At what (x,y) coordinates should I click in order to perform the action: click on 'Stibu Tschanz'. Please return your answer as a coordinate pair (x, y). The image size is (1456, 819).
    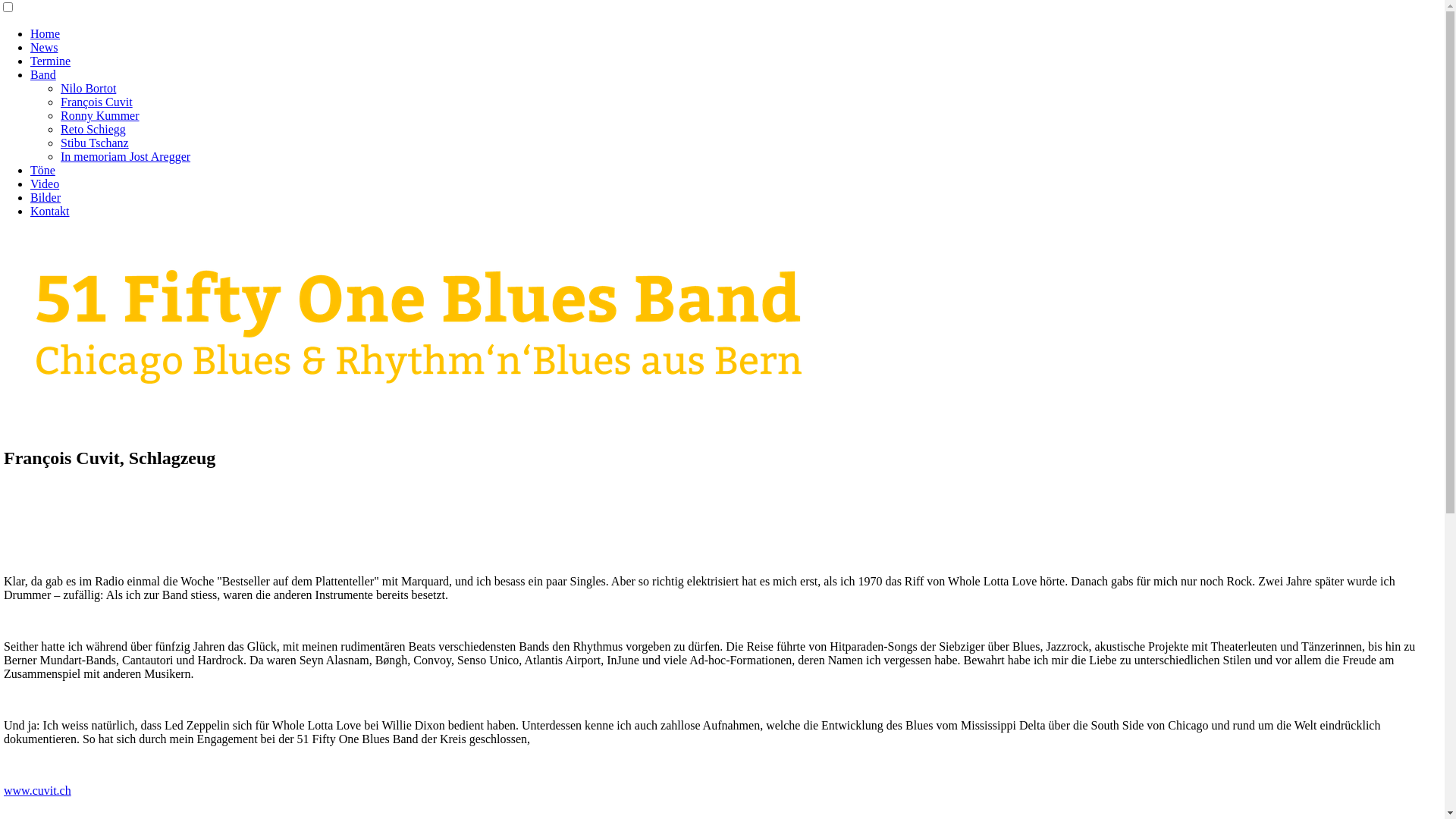
    Looking at the image, I should click on (61, 143).